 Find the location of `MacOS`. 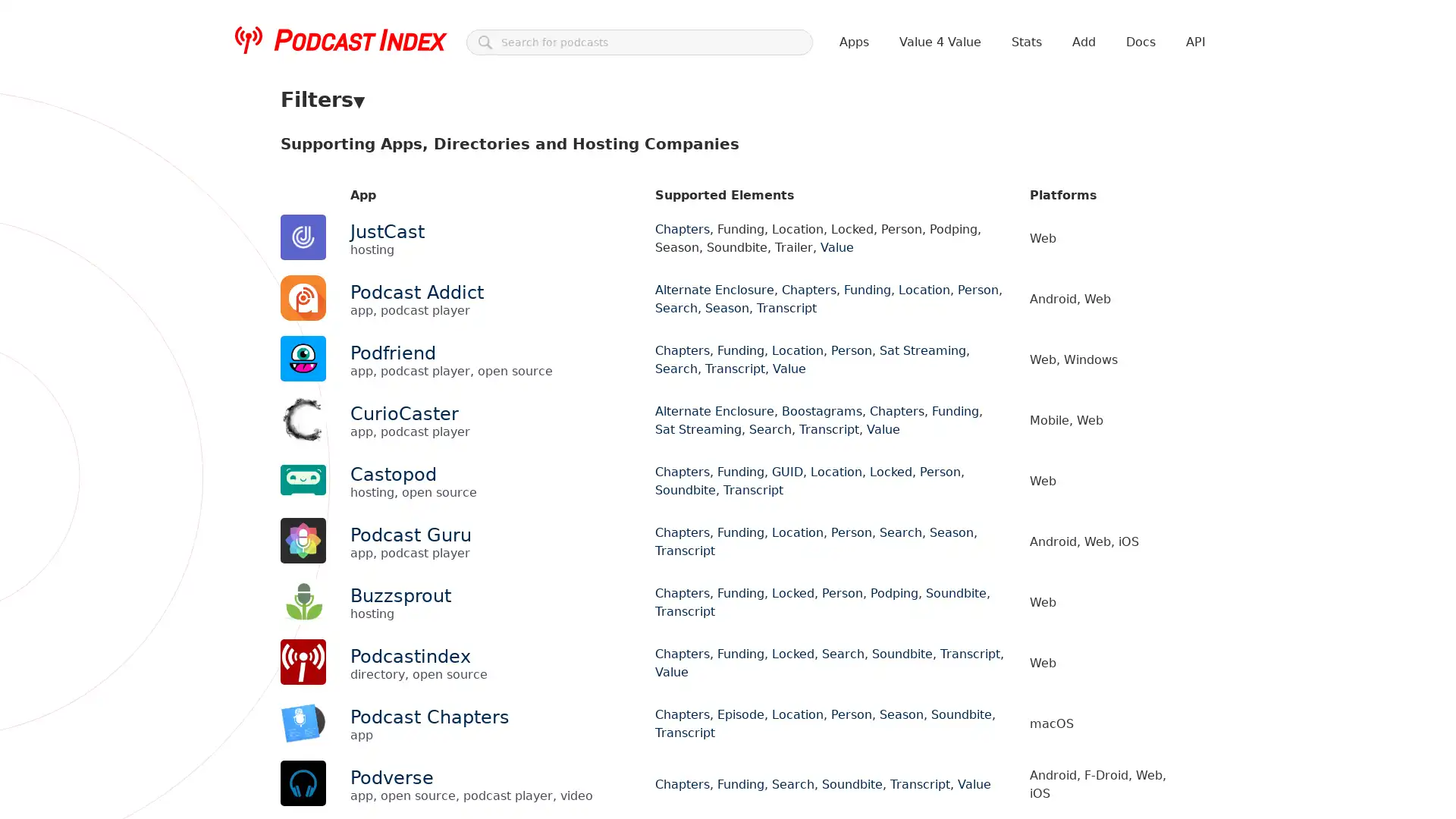

MacOS is located at coordinates (939, 311).